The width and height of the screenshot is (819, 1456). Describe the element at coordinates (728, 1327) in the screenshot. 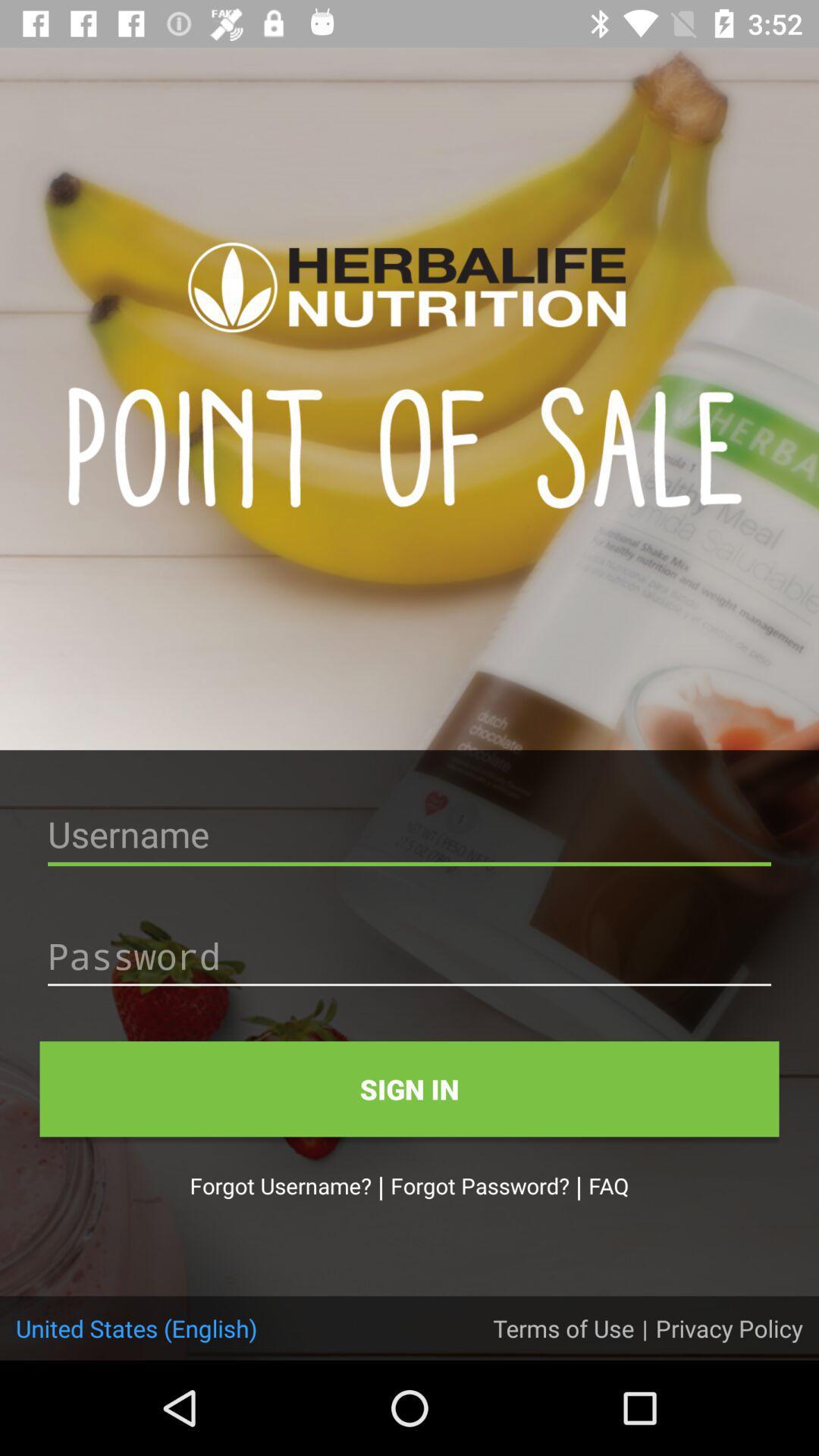

I see `the privacy policy` at that location.